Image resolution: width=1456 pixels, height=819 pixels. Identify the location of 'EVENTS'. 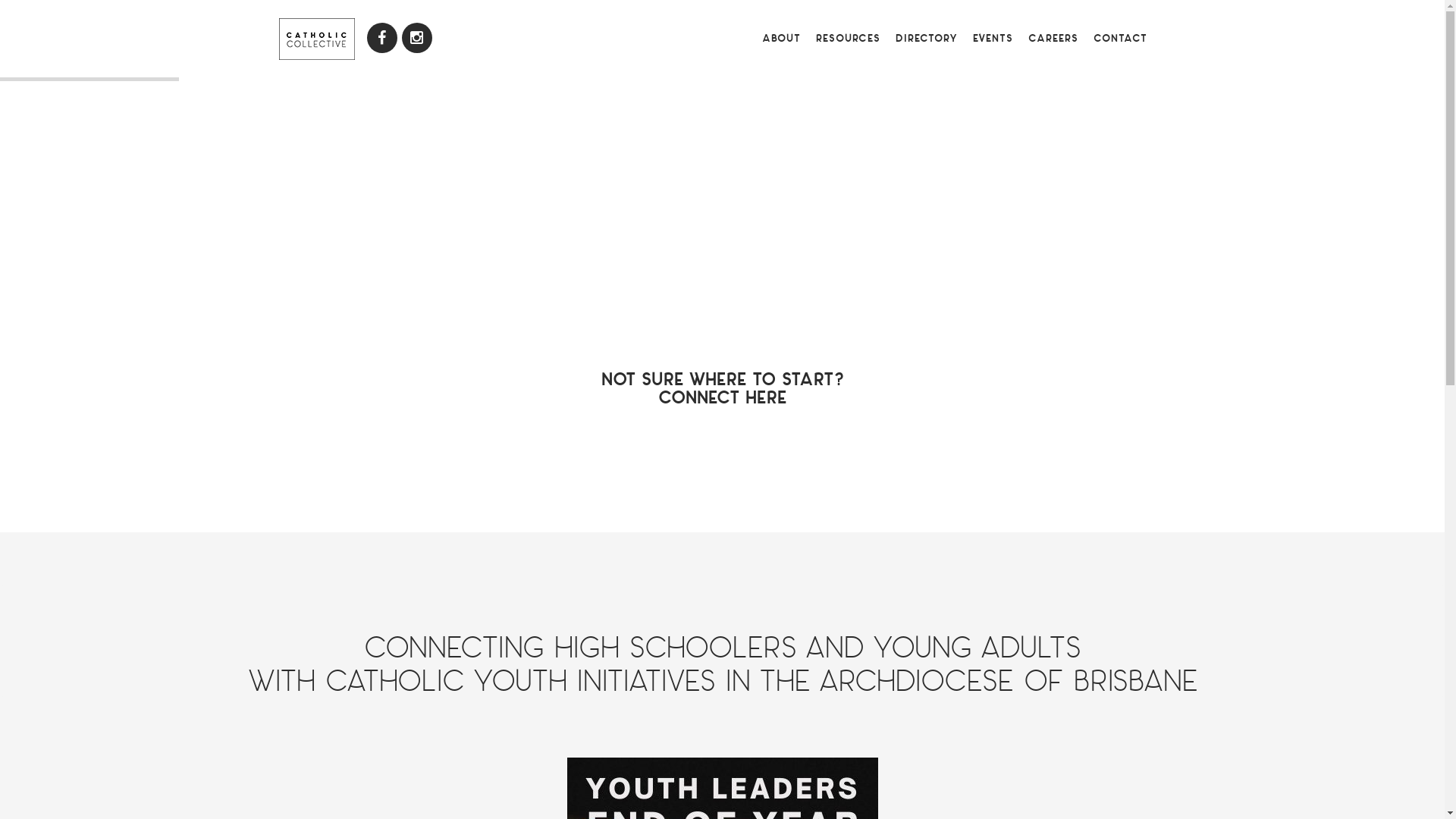
(992, 37).